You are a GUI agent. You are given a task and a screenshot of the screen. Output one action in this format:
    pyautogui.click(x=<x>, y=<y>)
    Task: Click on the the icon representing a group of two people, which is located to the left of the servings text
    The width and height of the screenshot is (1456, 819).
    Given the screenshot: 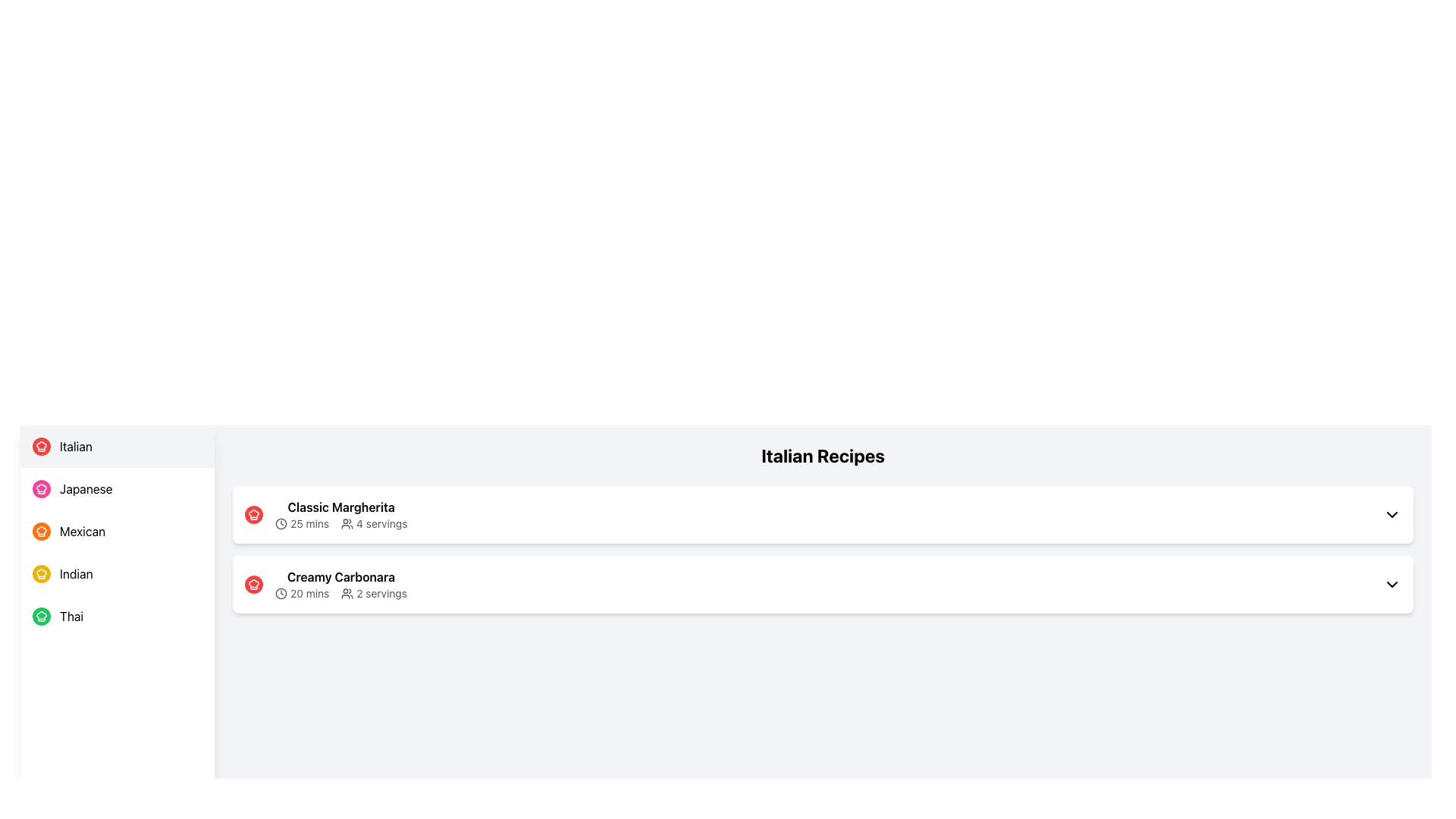 What is the action you would take?
    pyautogui.click(x=347, y=522)
    